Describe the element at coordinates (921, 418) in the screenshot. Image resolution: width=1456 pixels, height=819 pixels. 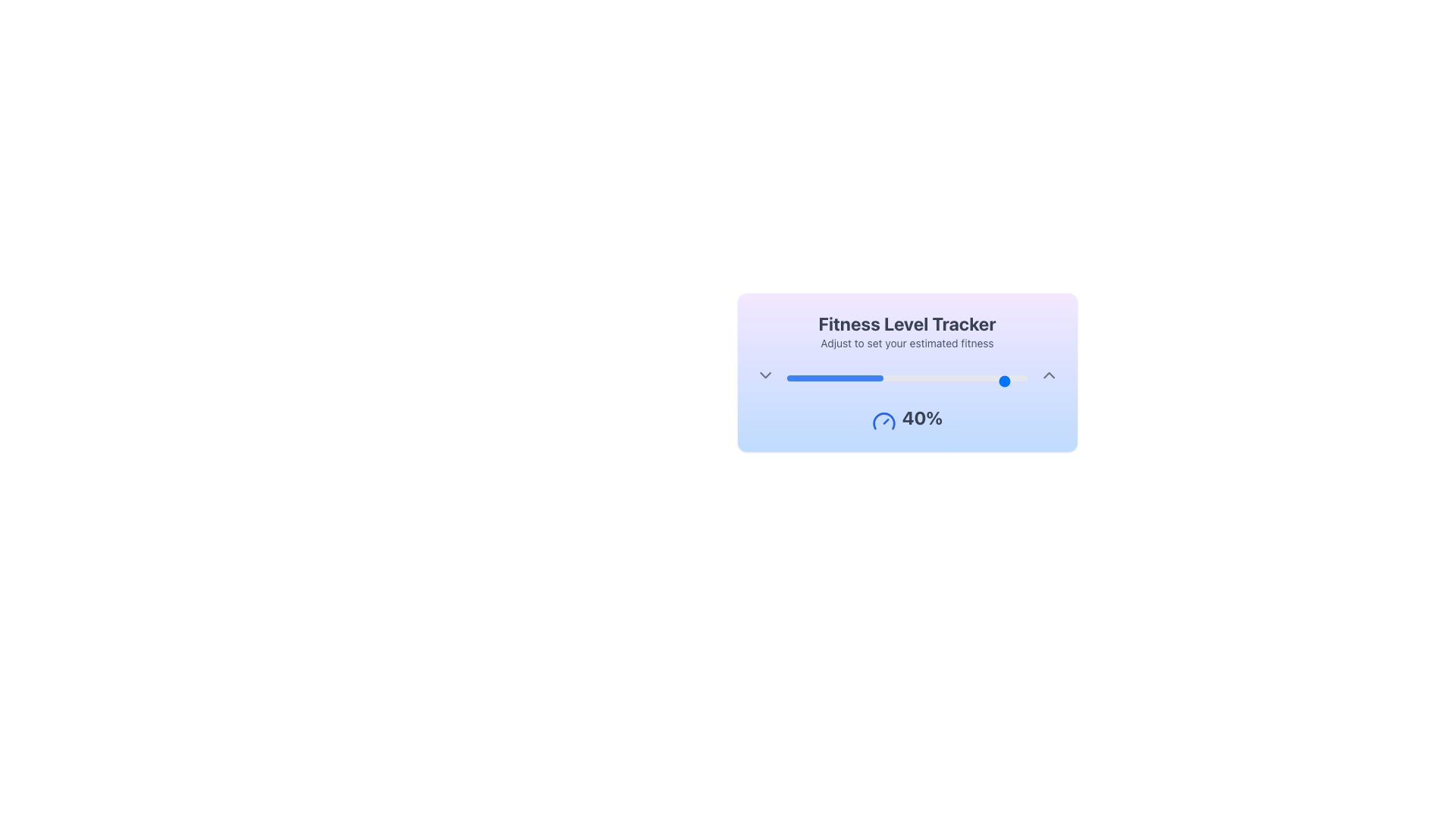
I see `the text element displaying '40%' in bold dark gray font, located within the 'Fitness Level Tracker' card, positioned below the slider and to the right of the gauge icon` at that location.